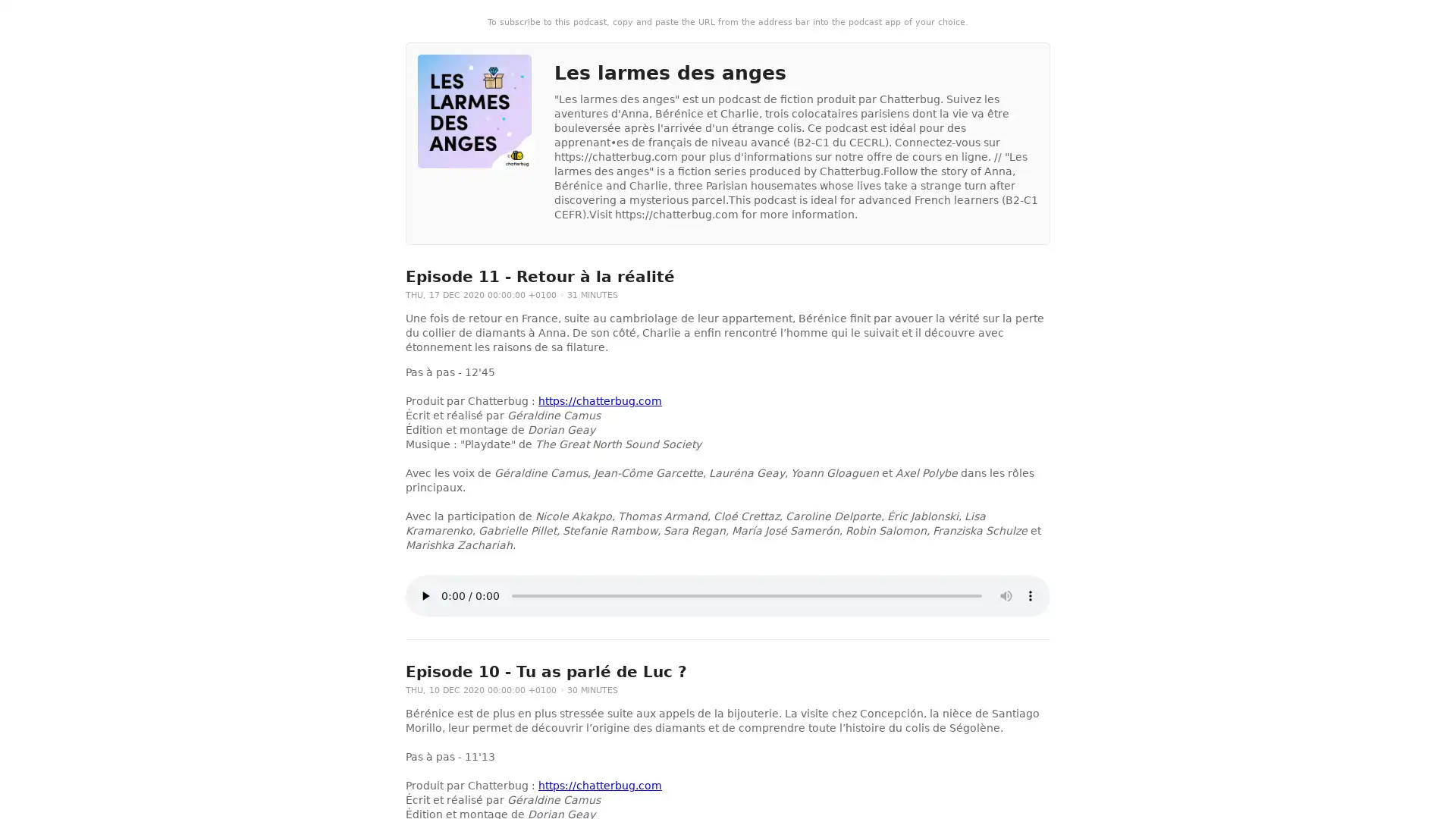 The width and height of the screenshot is (1456, 819). What do you see at coordinates (425, 595) in the screenshot?
I see `play` at bounding box center [425, 595].